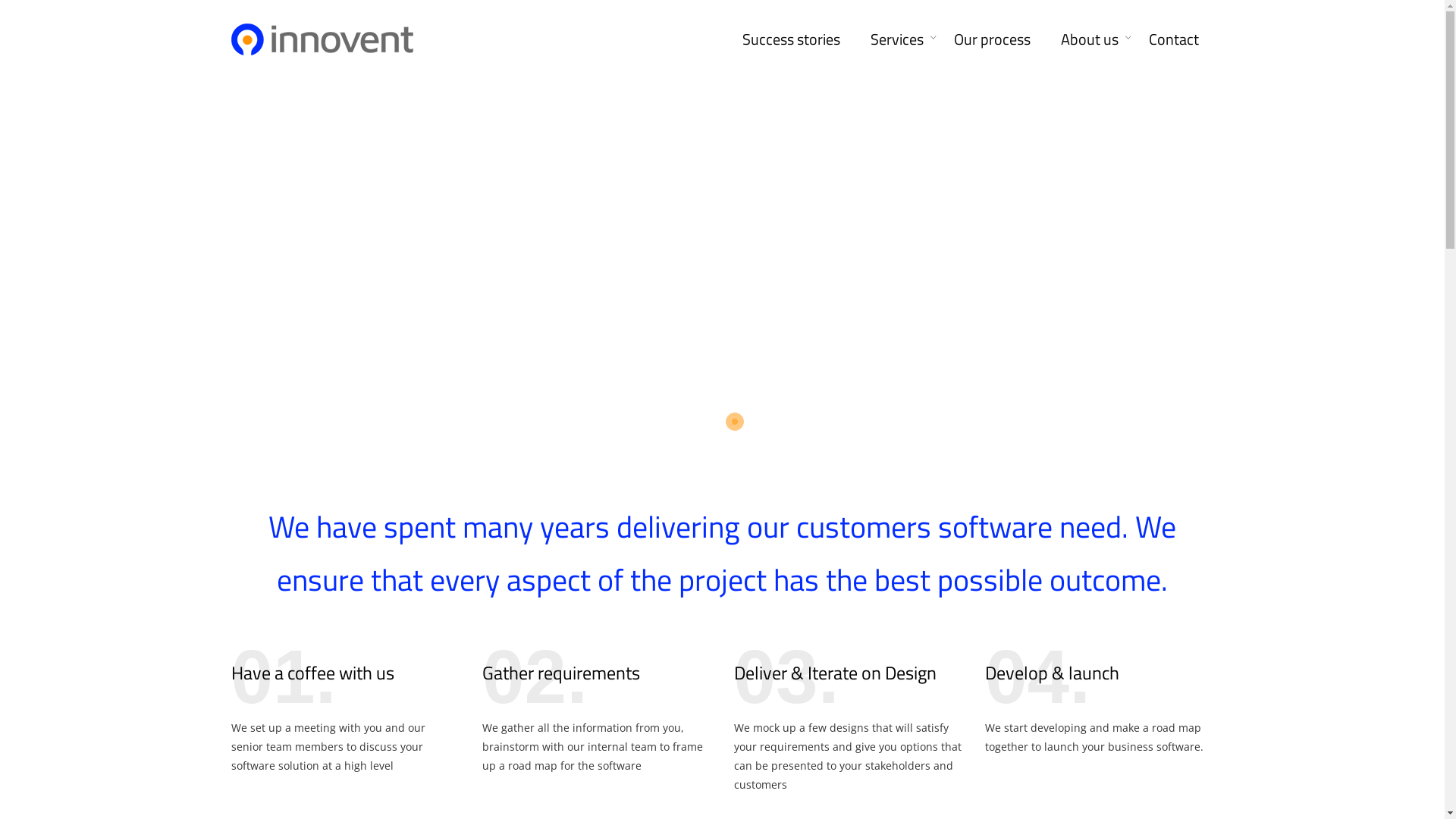 The width and height of the screenshot is (1456, 819). Describe the element at coordinates (1172, 36) in the screenshot. I see `'Contact'` at that location.